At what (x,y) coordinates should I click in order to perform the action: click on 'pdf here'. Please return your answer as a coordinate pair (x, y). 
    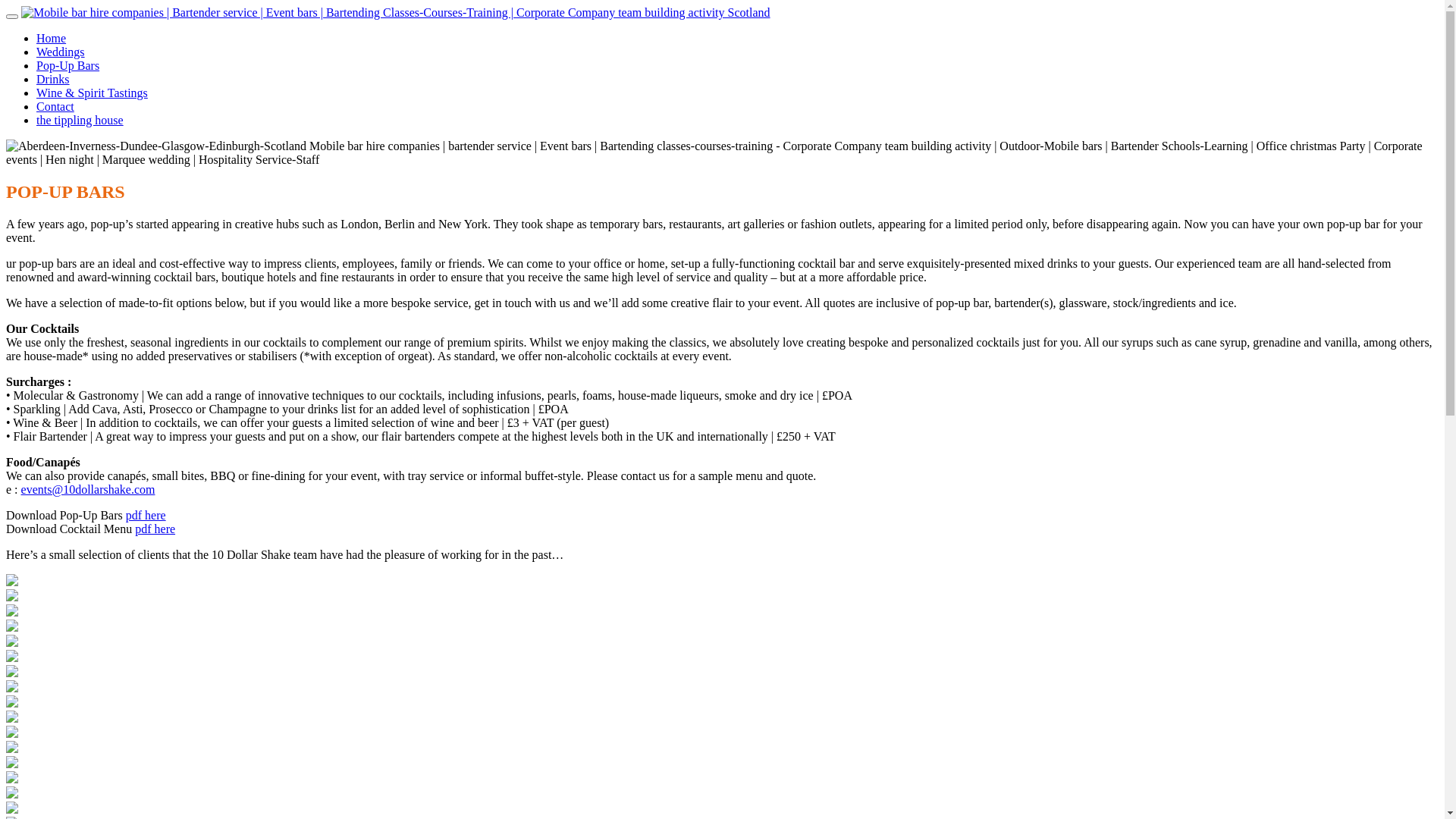
    Looking at the image, I should click on (146, 514).